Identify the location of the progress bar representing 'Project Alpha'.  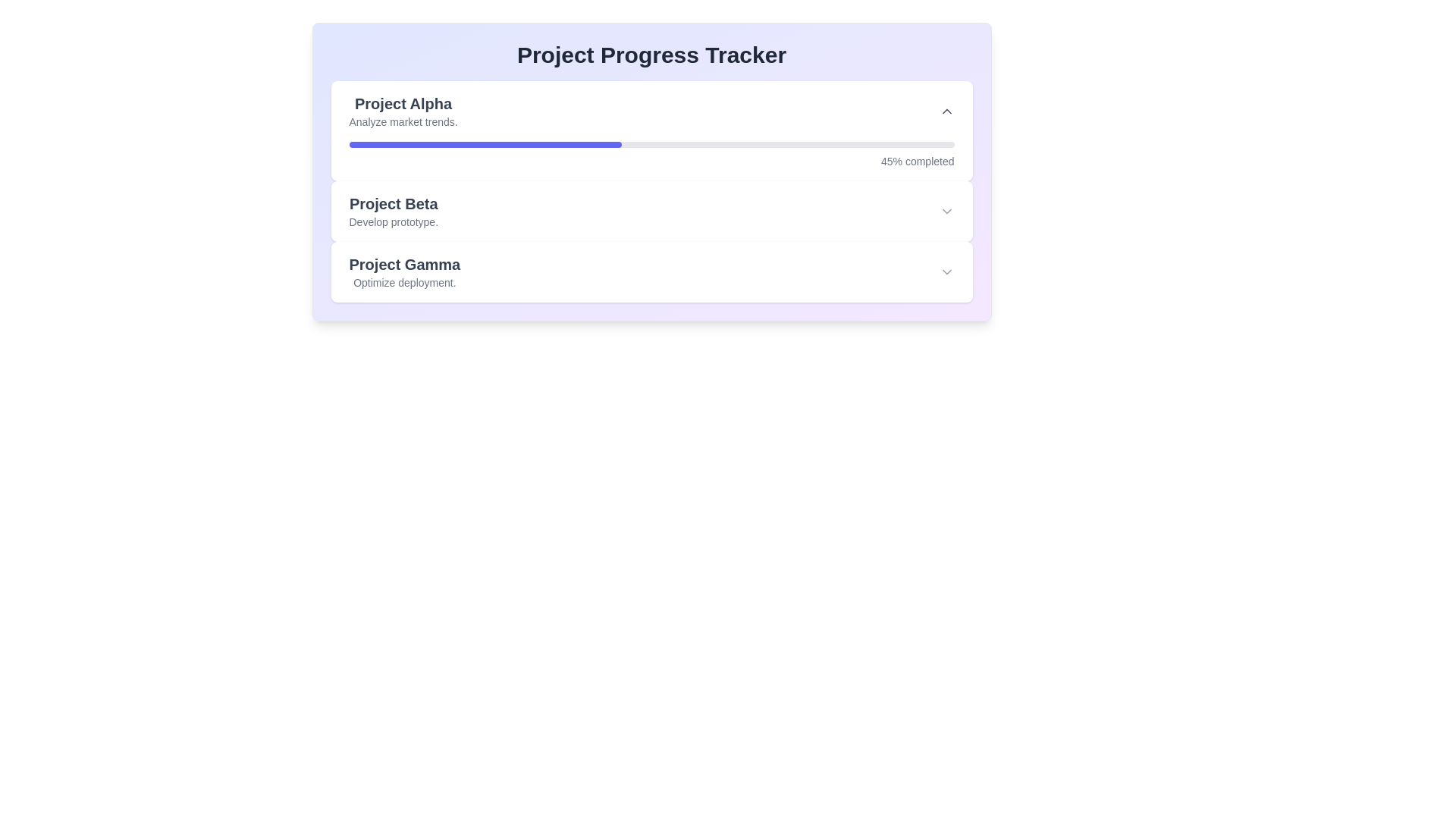
(651, 145).